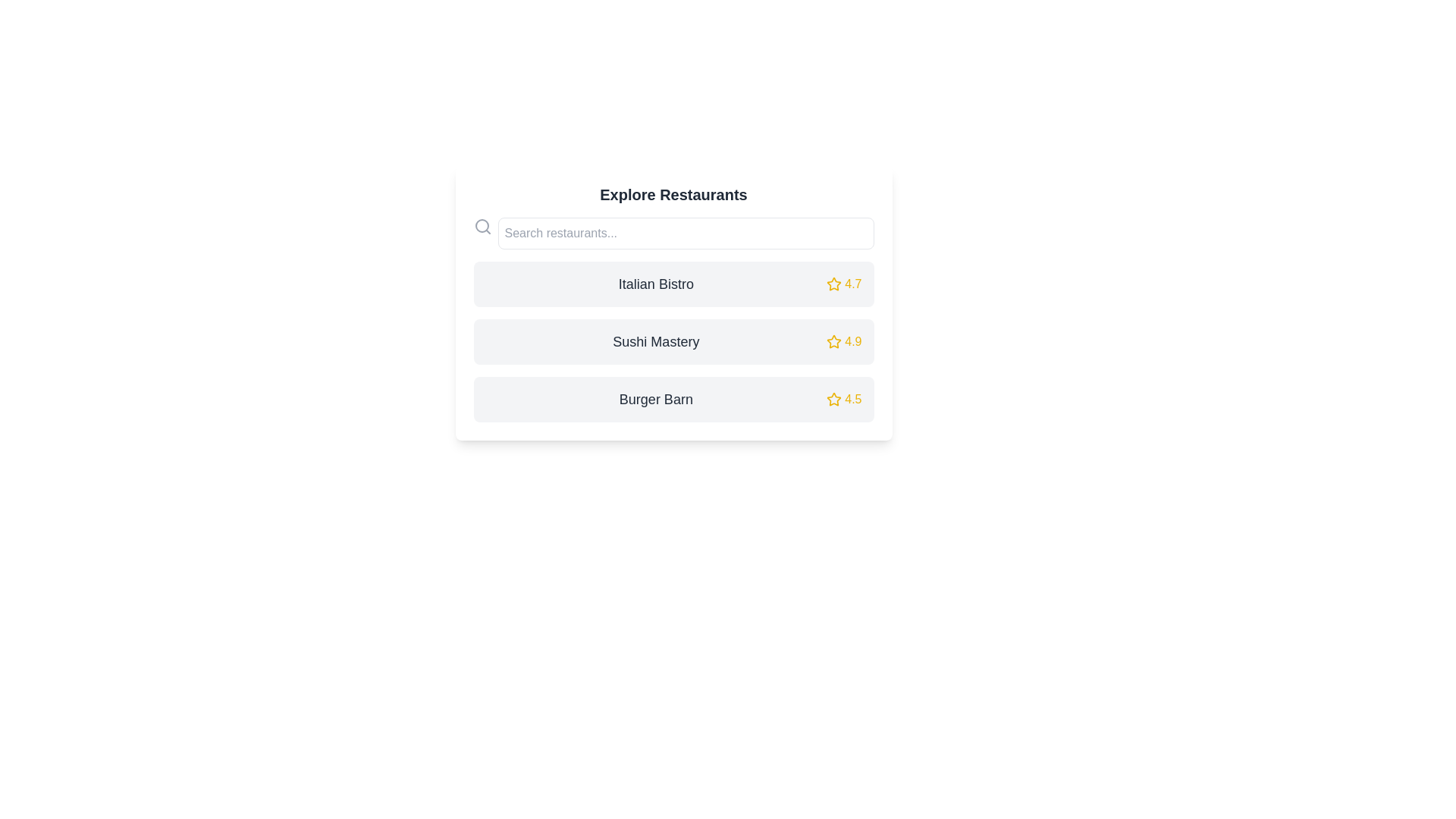 The width and height of the screenshot is (1456, 819). I want to click on the 'Burger Barn' text label located in the third row of the restaurant listing under 'Explore Restaurants', so click(656, 399).